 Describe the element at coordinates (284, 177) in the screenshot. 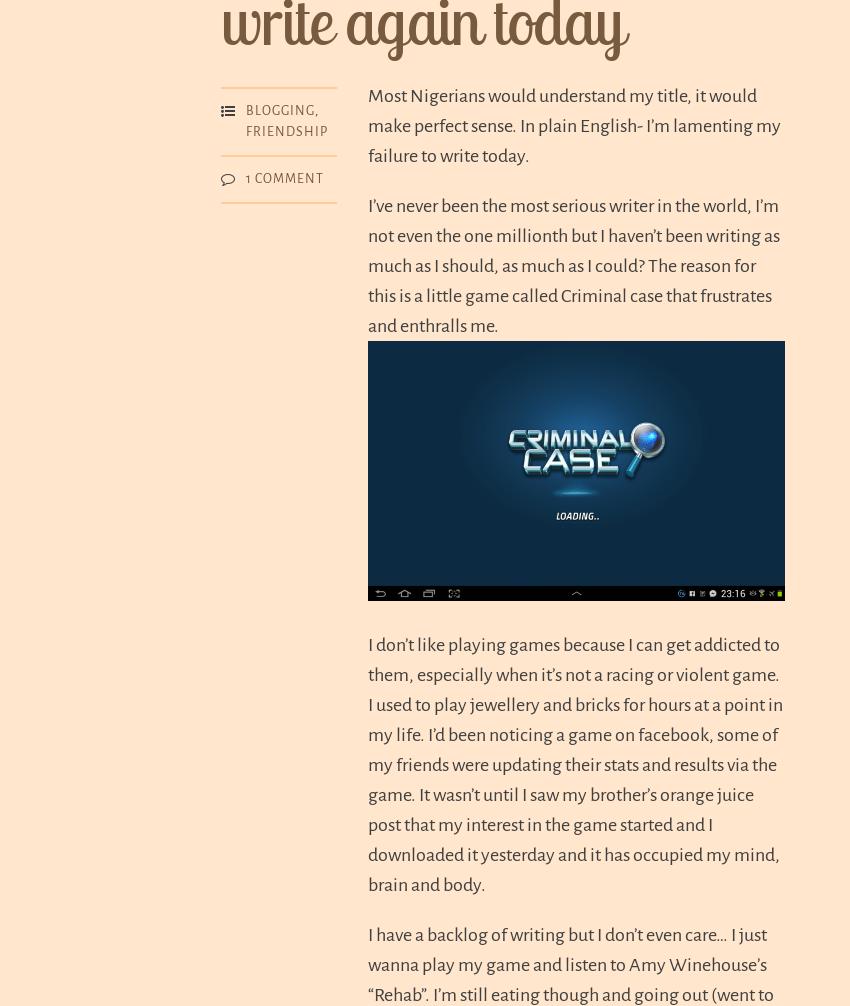

I see `'1 Comment'` at that location.